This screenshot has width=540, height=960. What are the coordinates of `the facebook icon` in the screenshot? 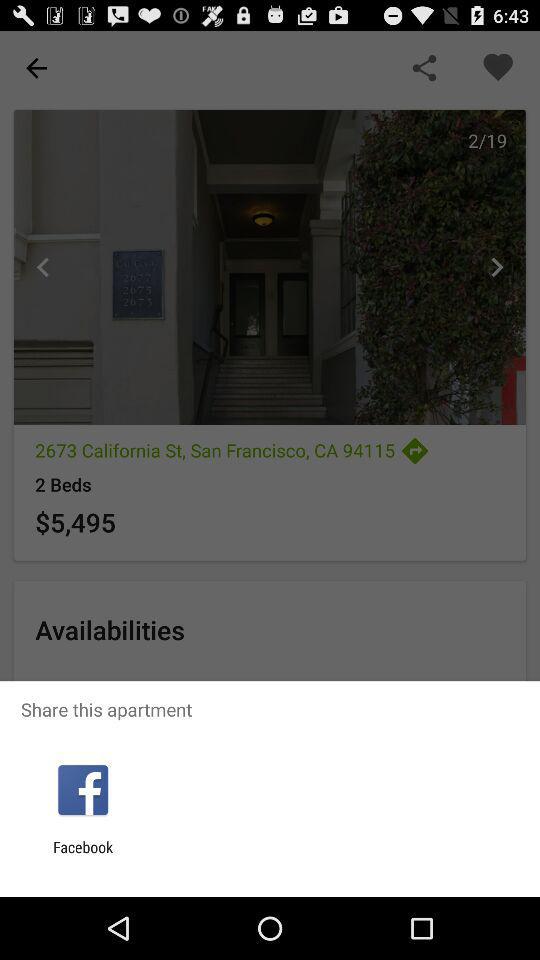 It's located at (82, 855).